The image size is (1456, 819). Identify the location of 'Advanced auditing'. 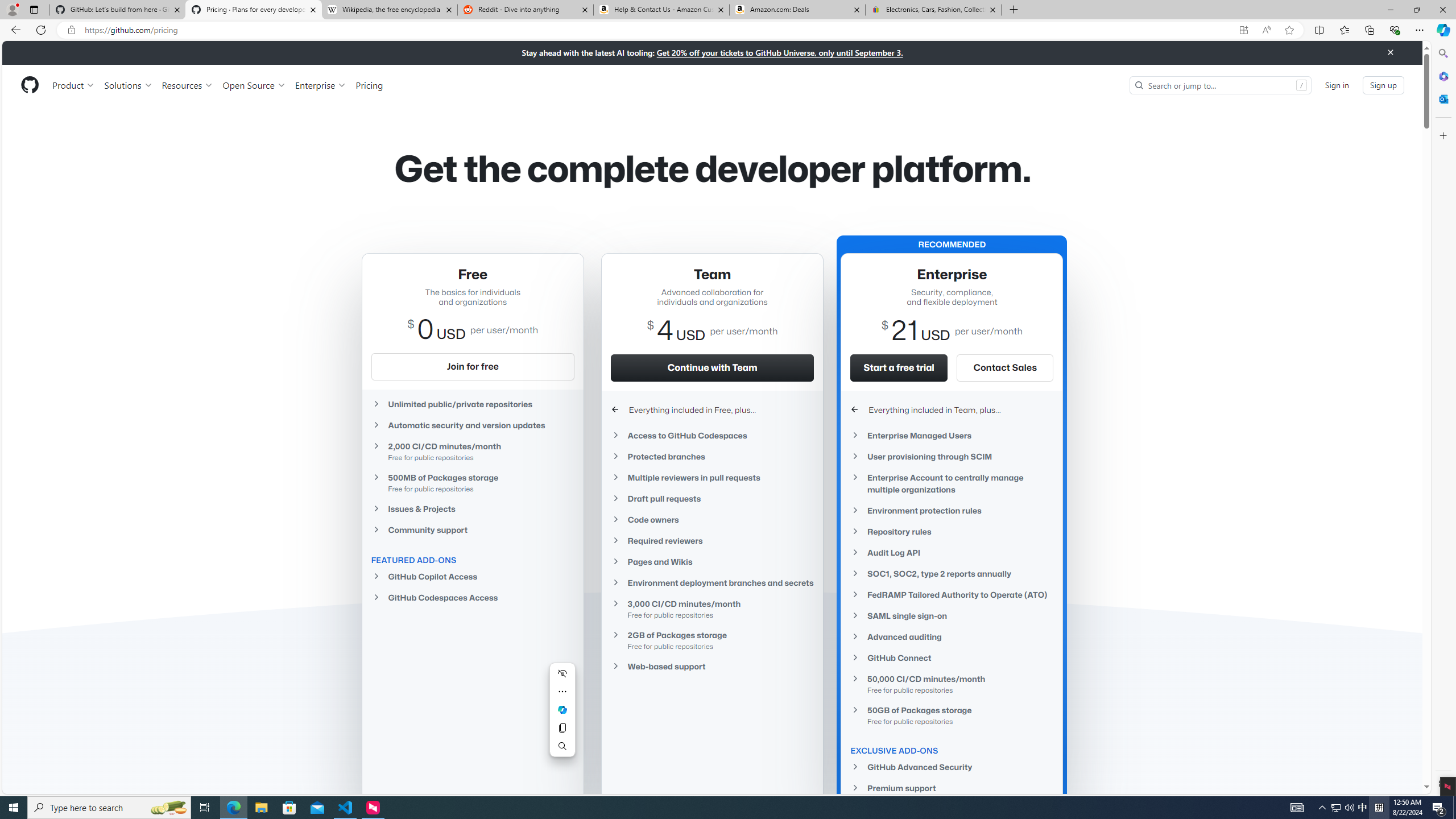
(952, 636).